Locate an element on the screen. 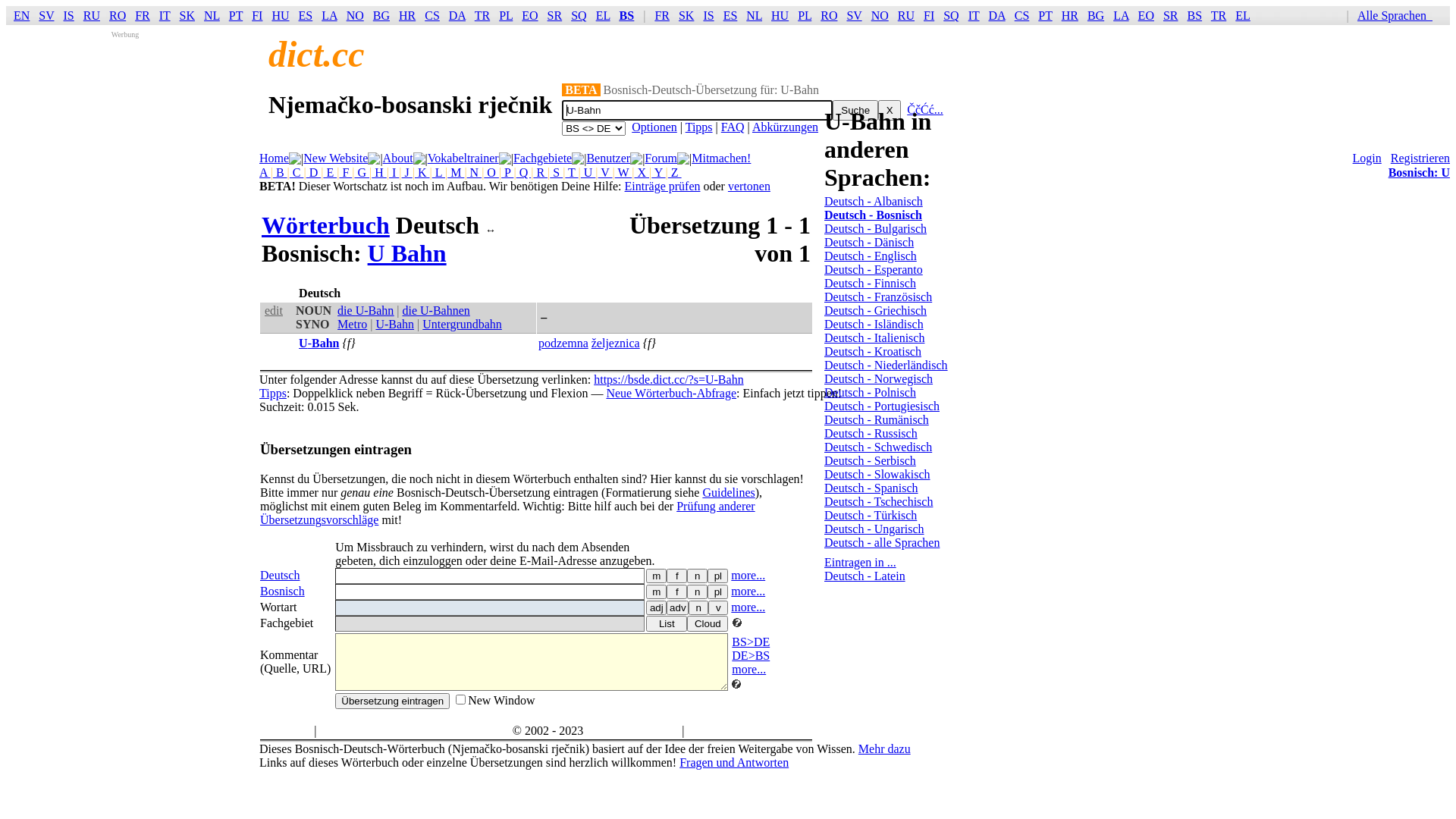  'Cloud' is located at coordinates (686, 623).